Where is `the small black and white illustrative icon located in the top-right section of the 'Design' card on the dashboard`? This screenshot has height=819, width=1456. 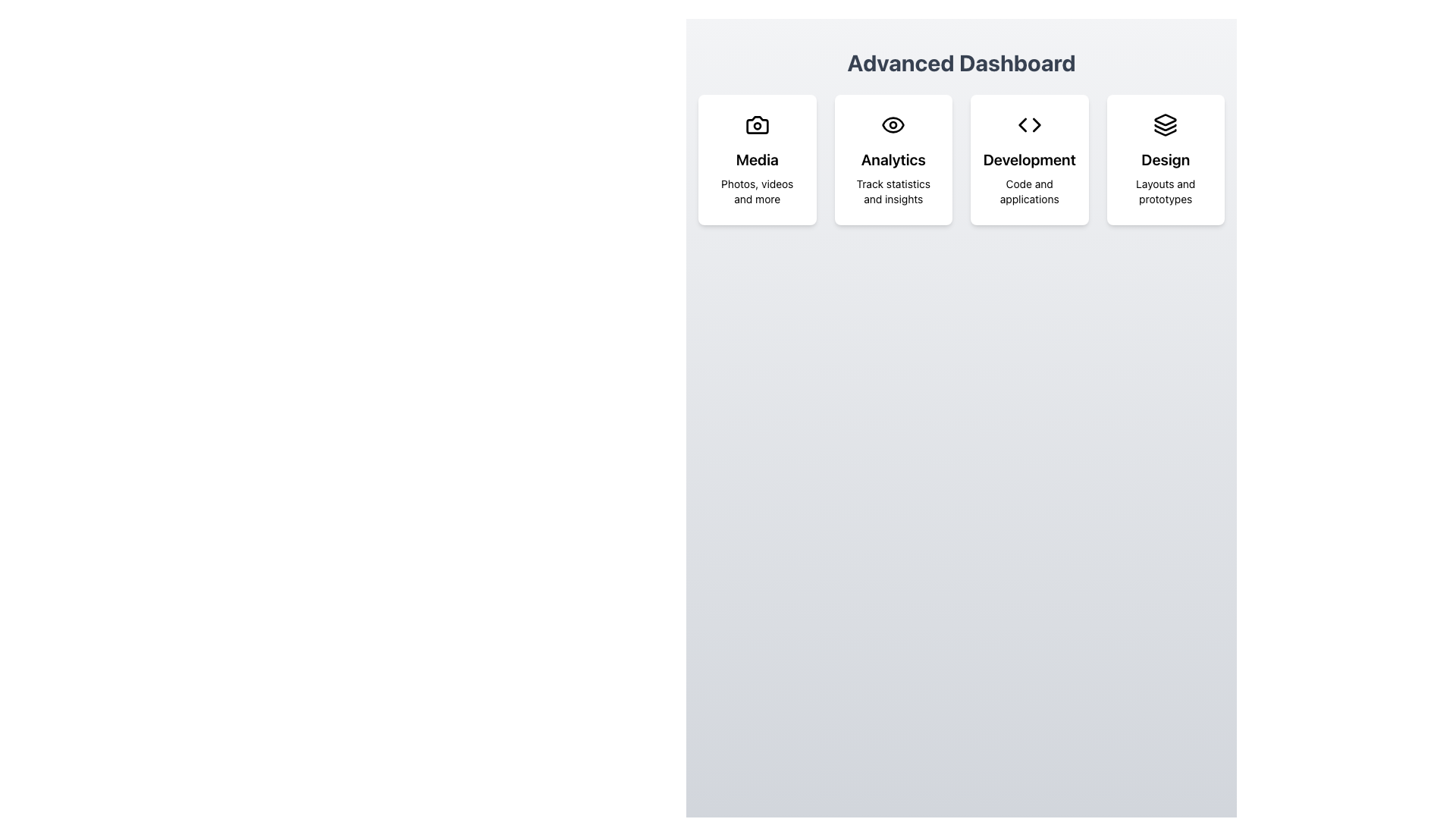 the small black and white illustrative icon located in the top-right section of the 'Design' card on the dashboard is located at coordinates (1165, 131).